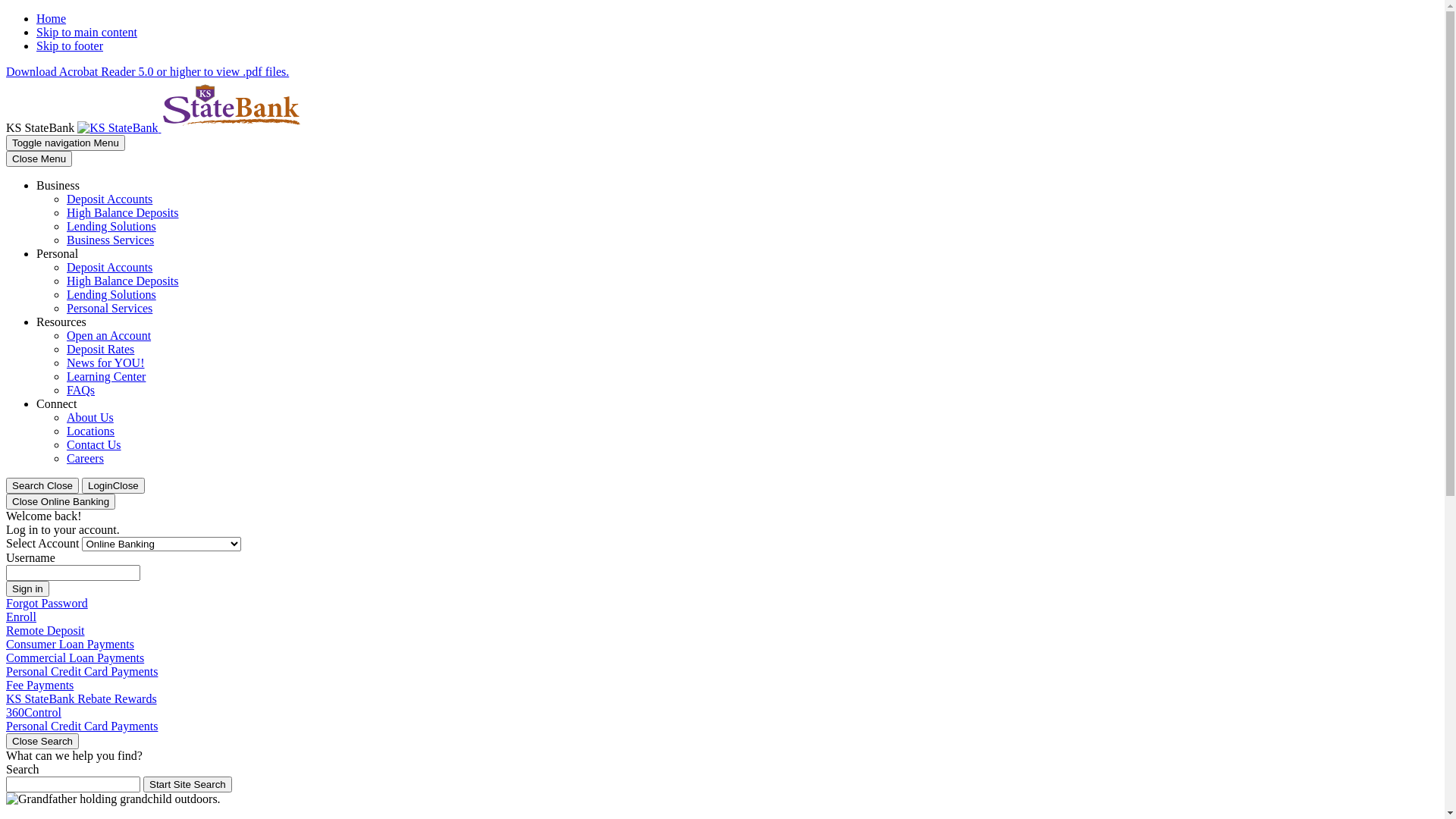  Describe the element at coordinates (6, 685) in the screenshot. I see `'Fee Payments'` at that location.